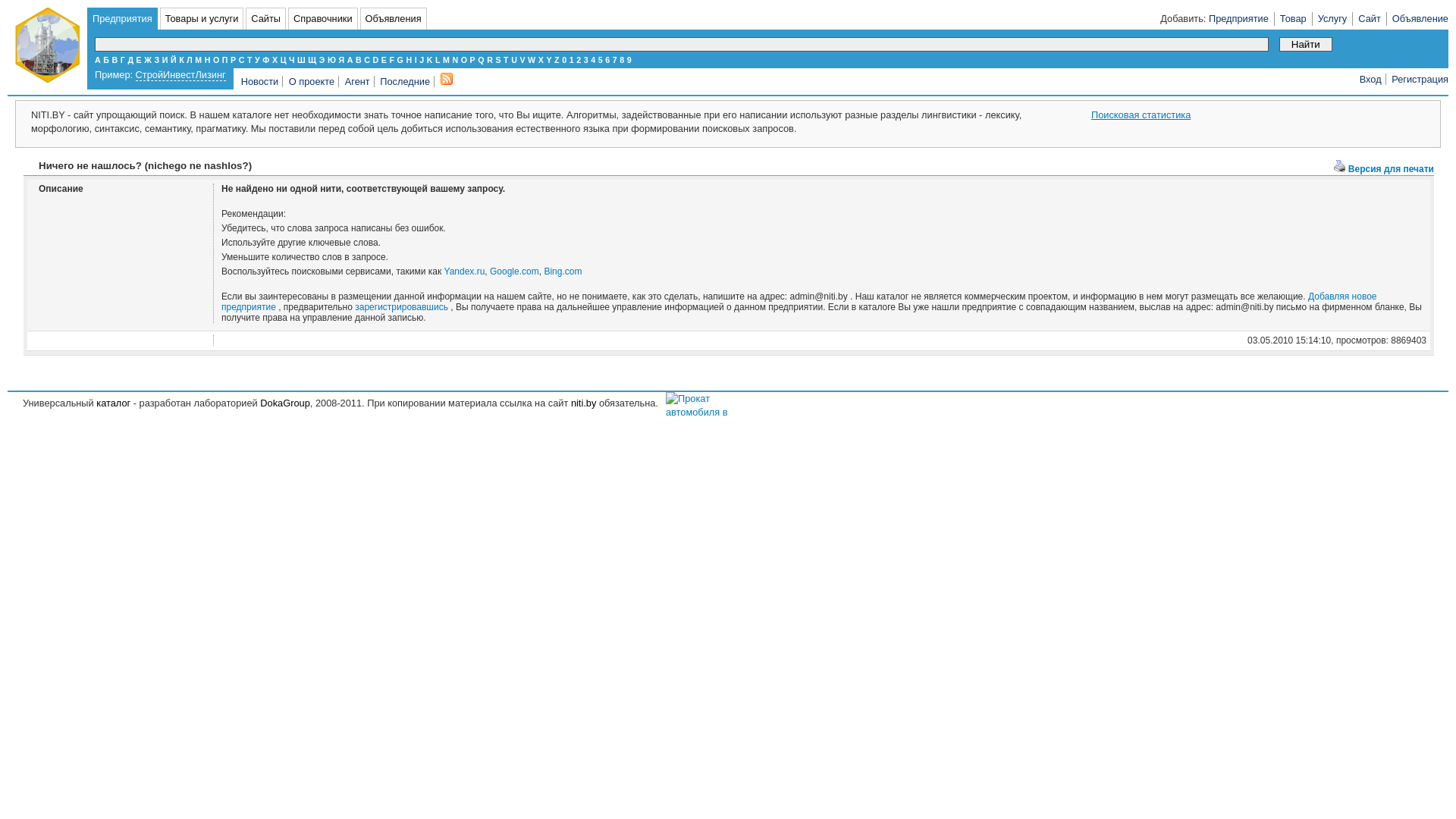  Describe the element at coordinates (592, 58) in the screenshot. I see `'4'` at that location.